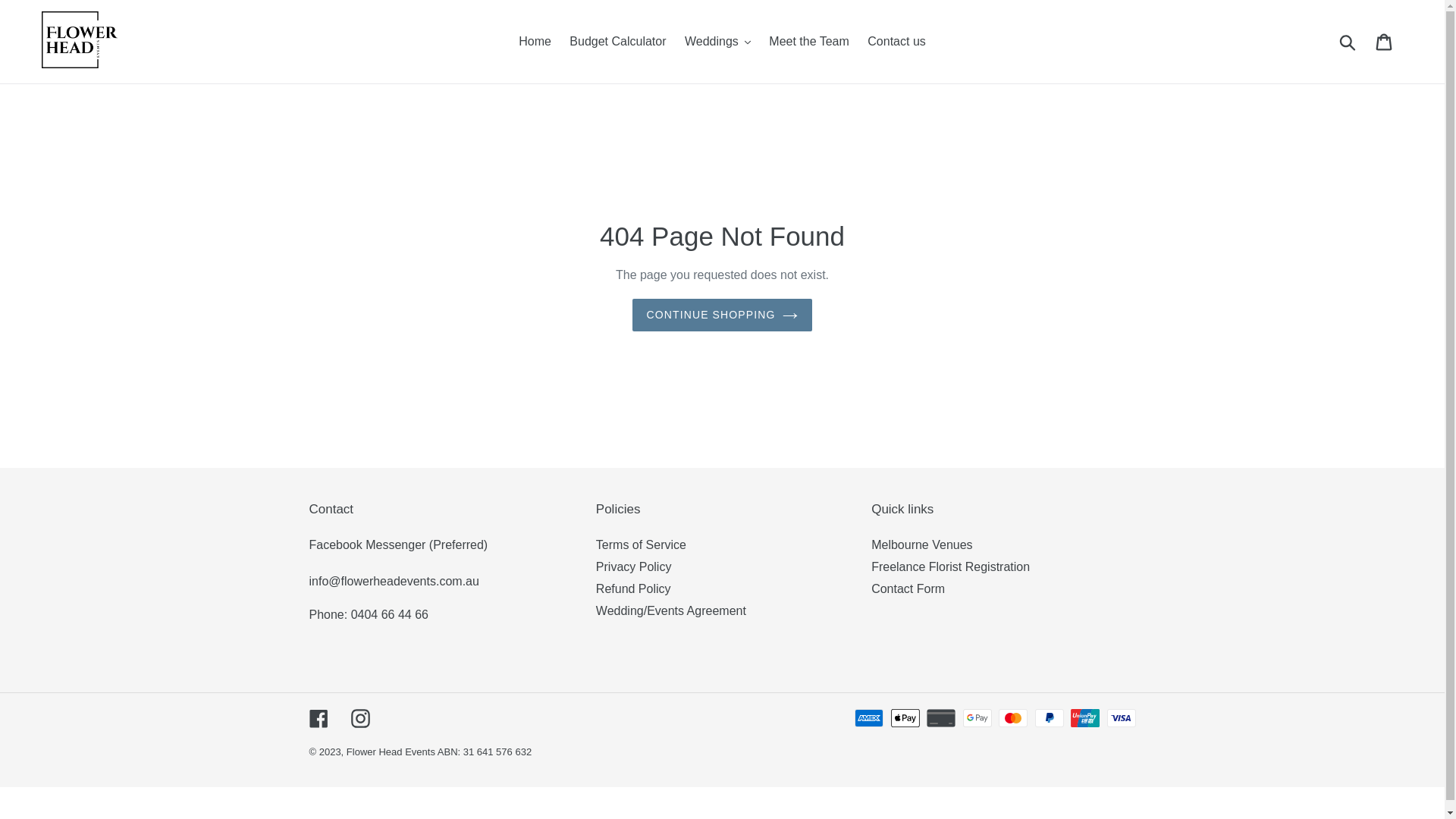  Describe the element at coordinates (633, 566) in the screenshot. I see `'Privacy Policy'` at that location.